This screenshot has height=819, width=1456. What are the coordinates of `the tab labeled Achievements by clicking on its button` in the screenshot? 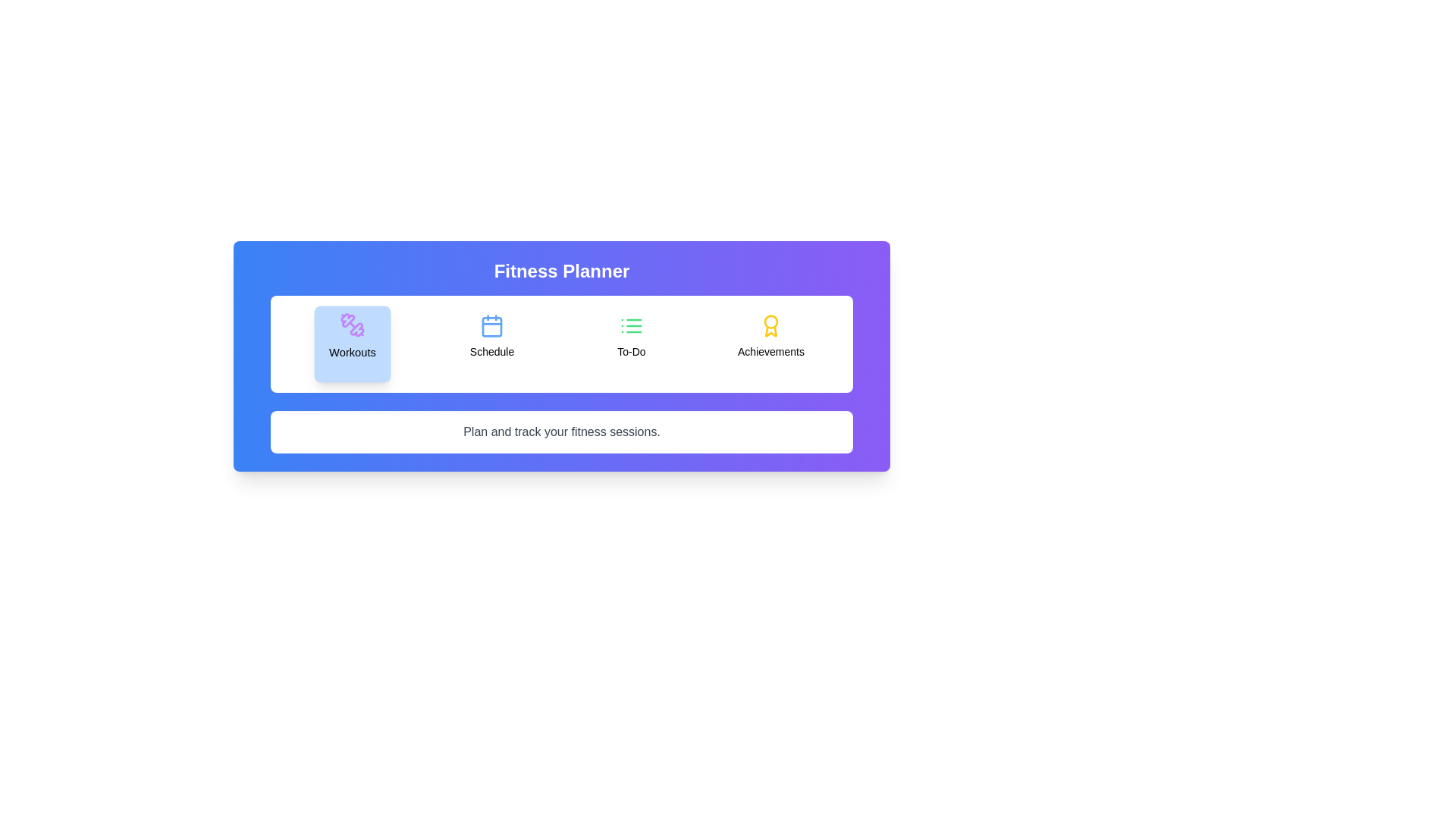 It's located at (771, 344).